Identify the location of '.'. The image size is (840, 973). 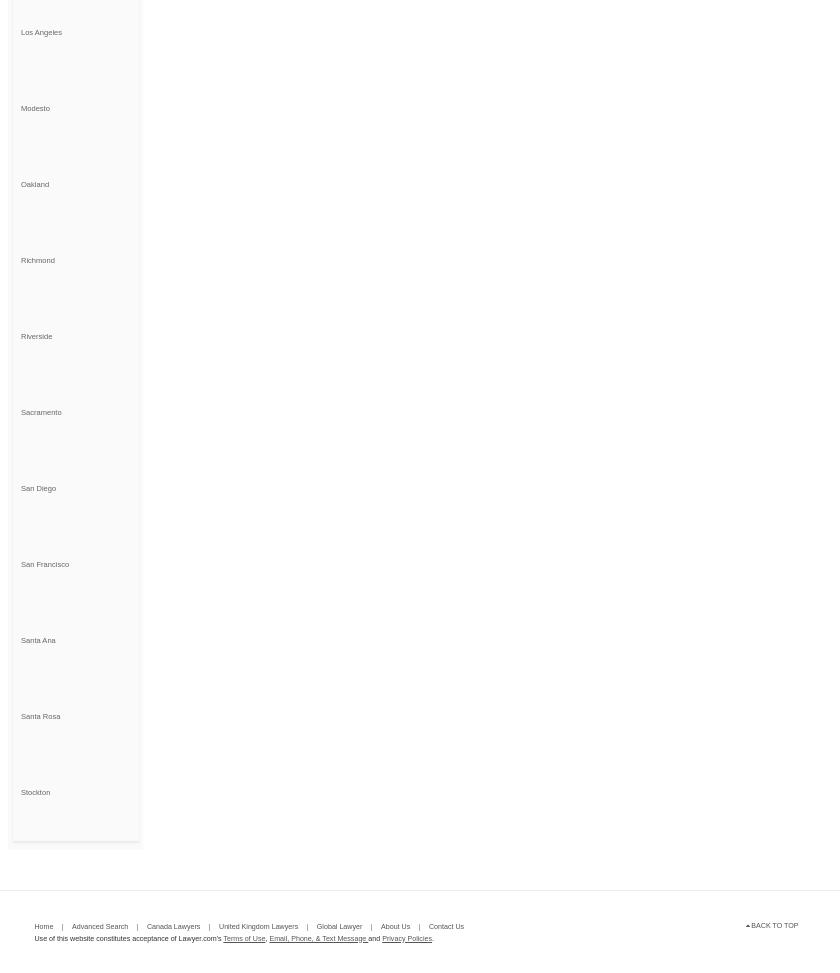
(432, 936).